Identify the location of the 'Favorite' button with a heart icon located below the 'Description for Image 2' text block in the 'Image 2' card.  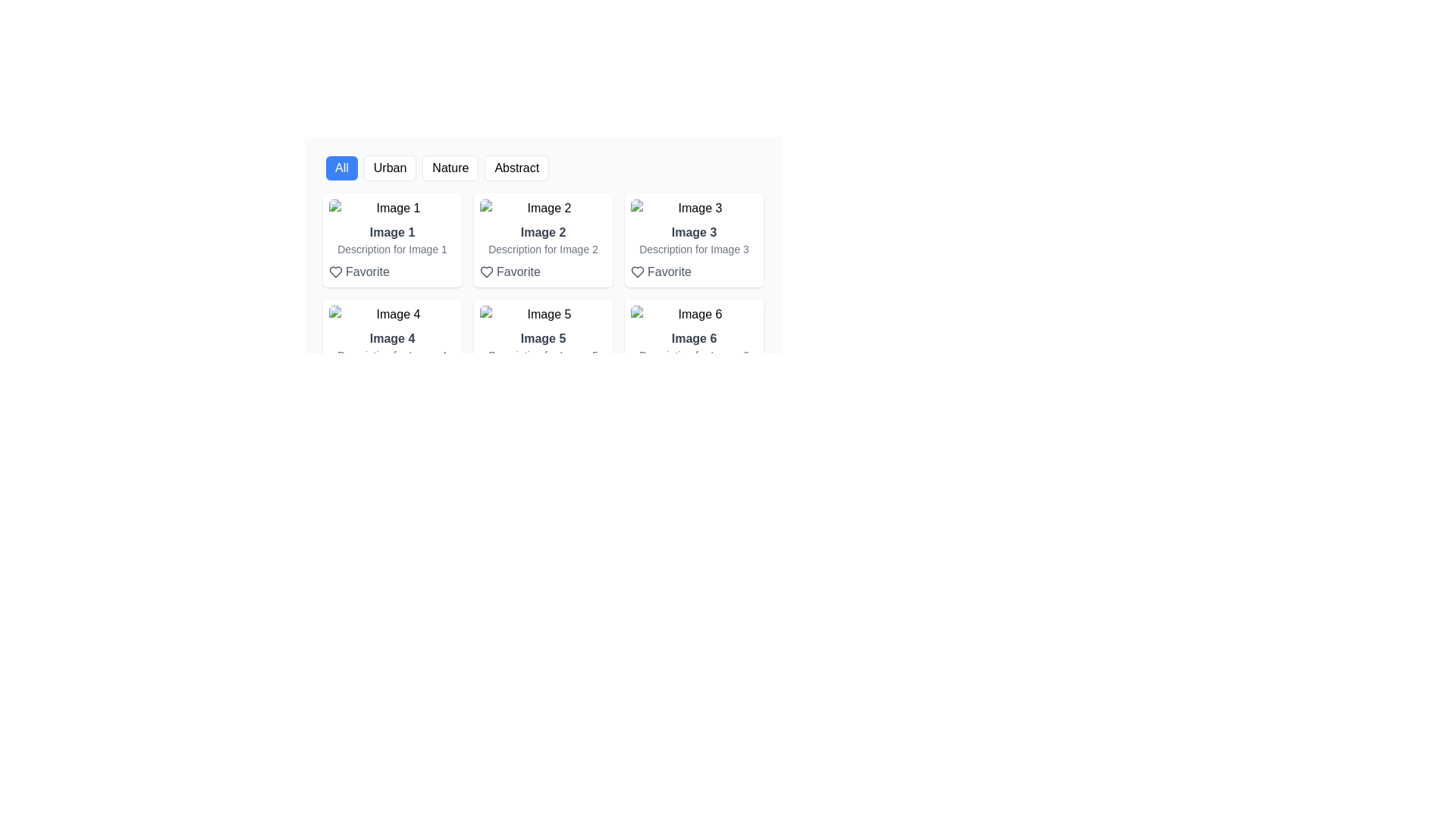
(510, 271).